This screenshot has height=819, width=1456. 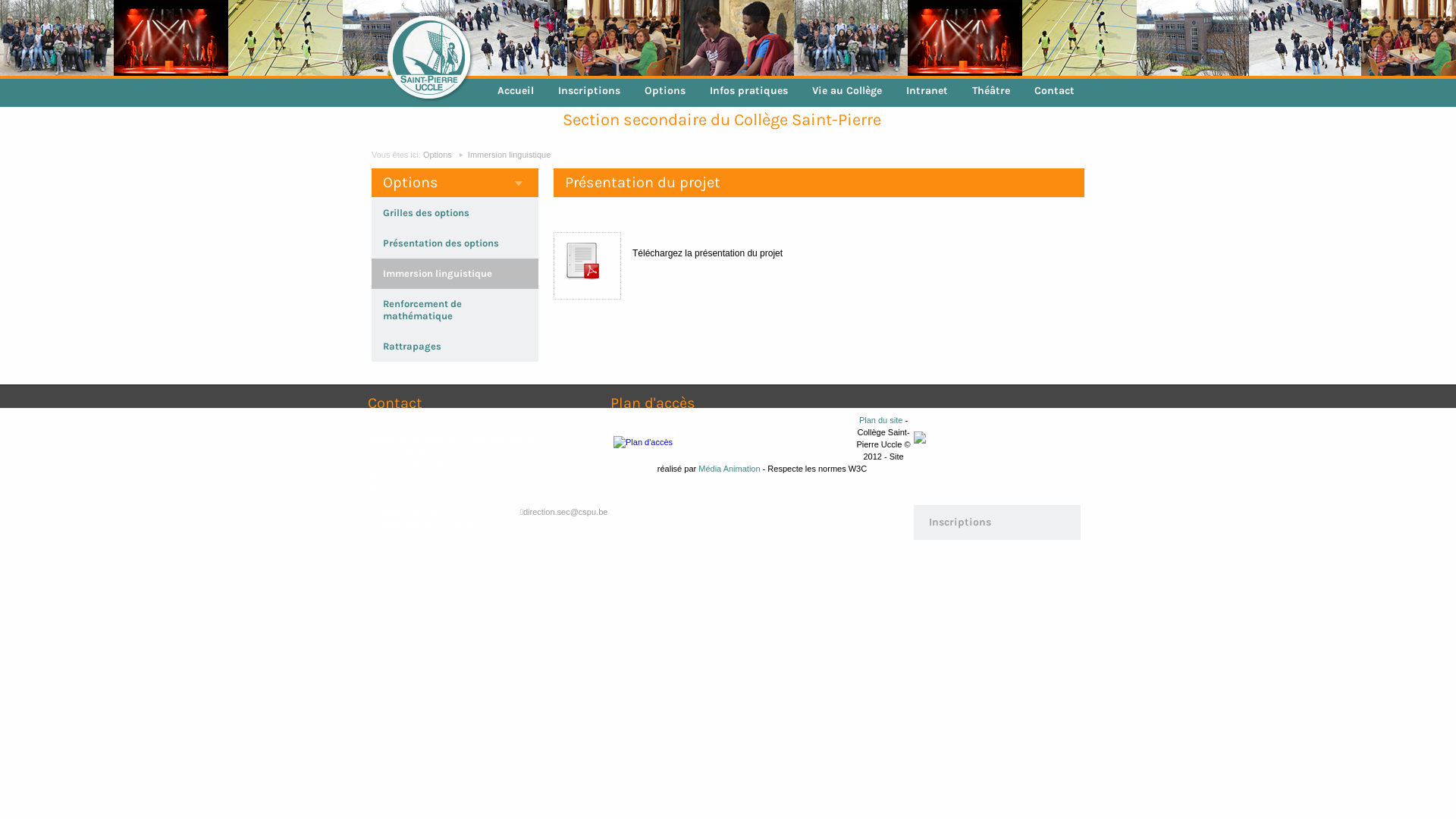 I want to click on 'Infos pratiques', so click(x=748, y=90).